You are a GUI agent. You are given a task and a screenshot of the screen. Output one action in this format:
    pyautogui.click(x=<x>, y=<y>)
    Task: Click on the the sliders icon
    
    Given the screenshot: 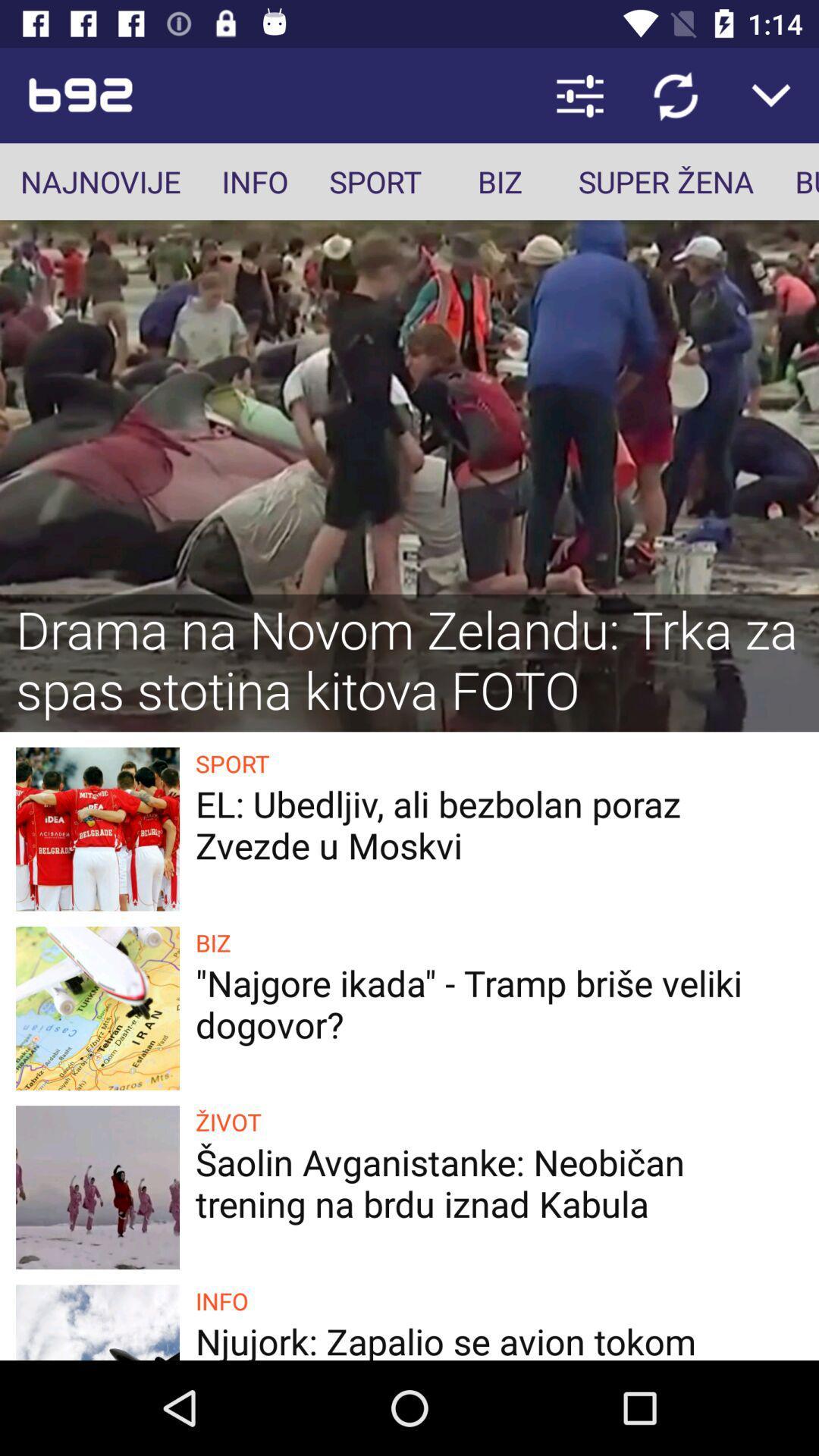 What is the action you would take?
    pyautogui.click(x=579, y=94)
    